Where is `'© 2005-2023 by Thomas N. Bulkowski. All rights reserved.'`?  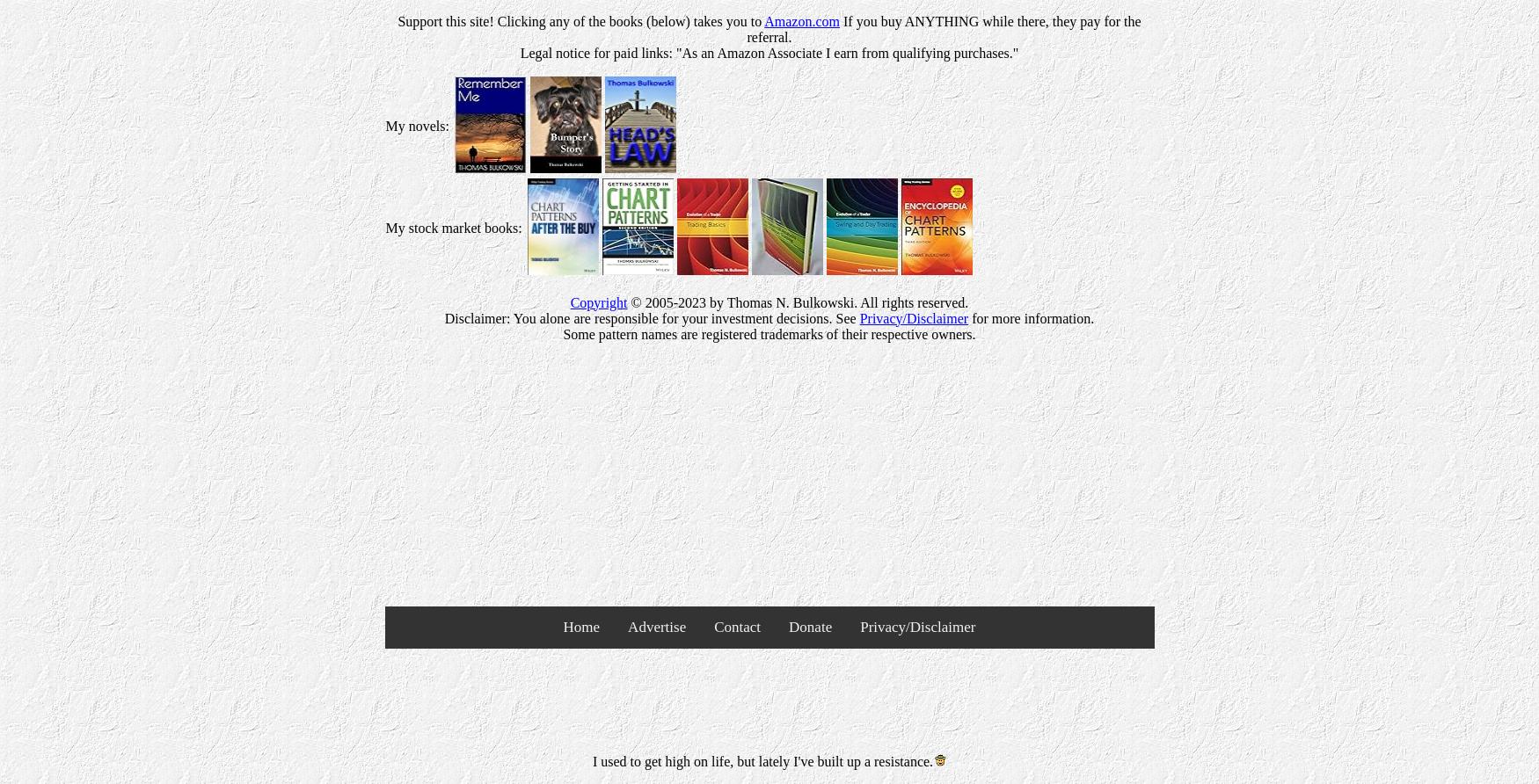
'© 2005-2023 by Thomas N. Bulkowski. All rights reserved.' is located at coordinates (797, 301).